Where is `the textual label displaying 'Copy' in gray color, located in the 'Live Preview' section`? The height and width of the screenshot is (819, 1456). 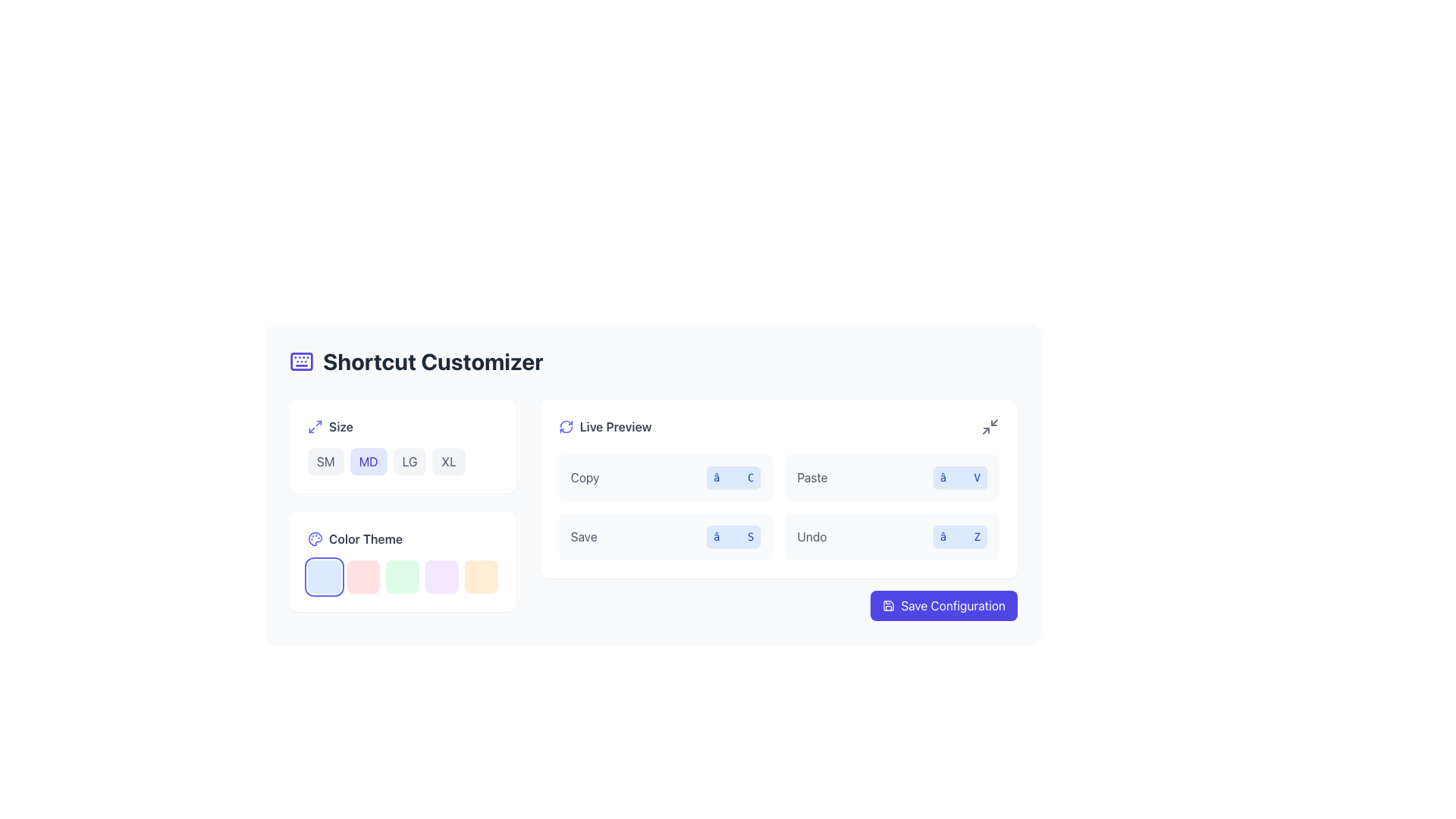
the textual label displaying 'Copy' in gray color, located in the 'Live Preview' section is located at coordinates (584, 476).